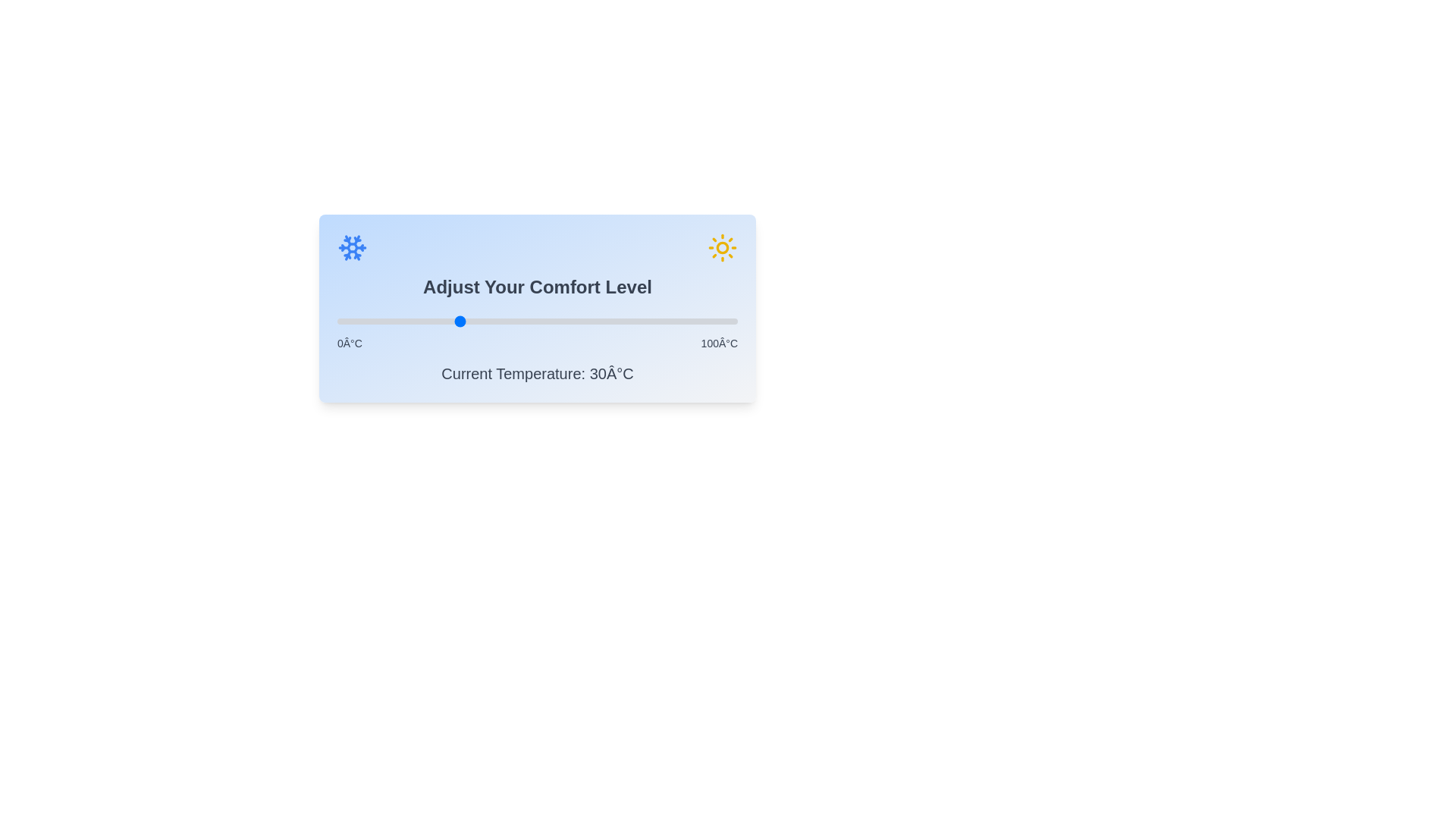  What do you see at coordinates (393, 321) in the screenshot?
I see `the temperature slider to 14°C` at bounding box center [393, 321].